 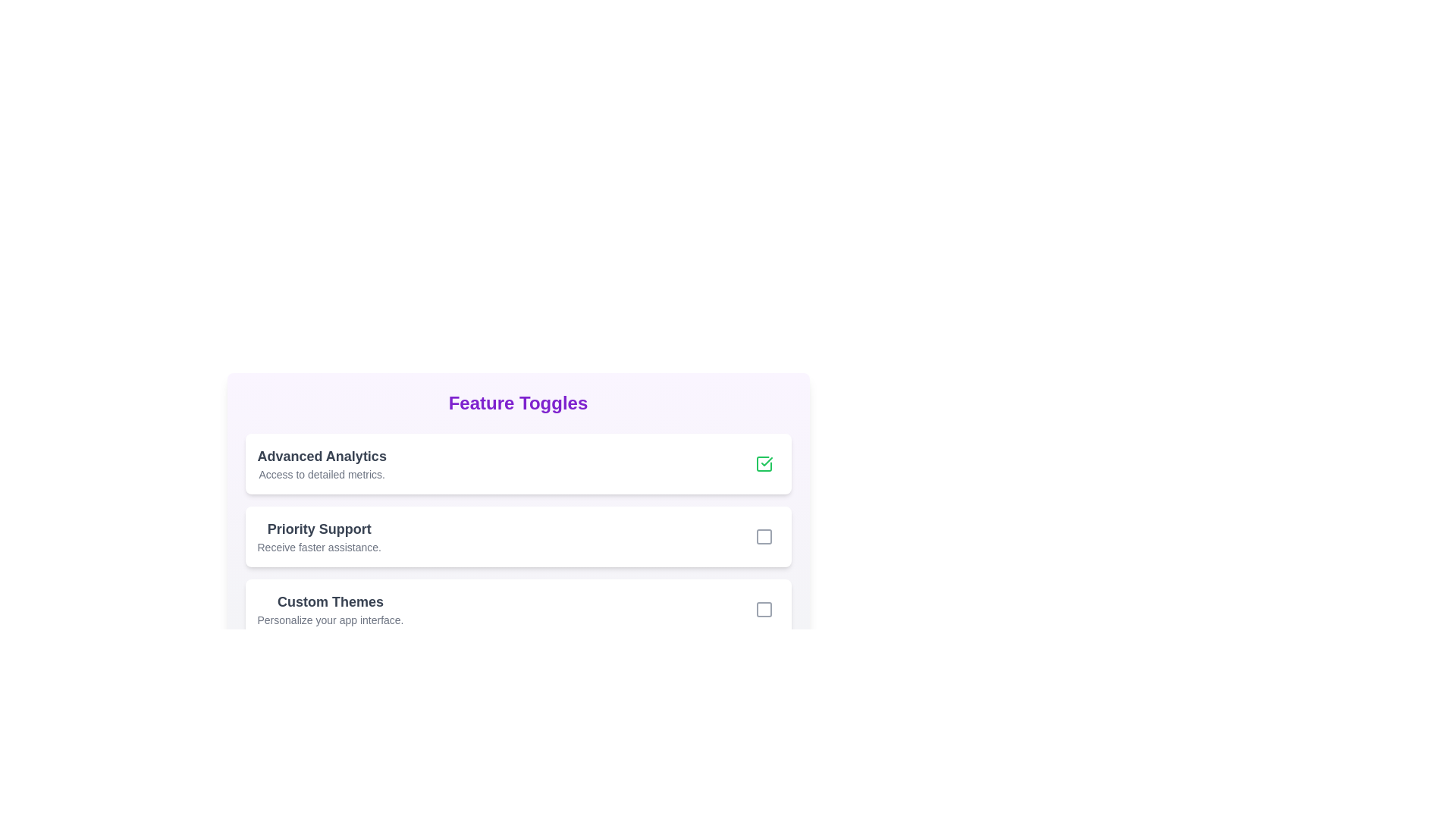 I want to click on the second toggle icon in the 'Priority Support' row, which indicates the toggle state of a feature and likely represents a disabled or inactive status, so click(x=764, y=536).